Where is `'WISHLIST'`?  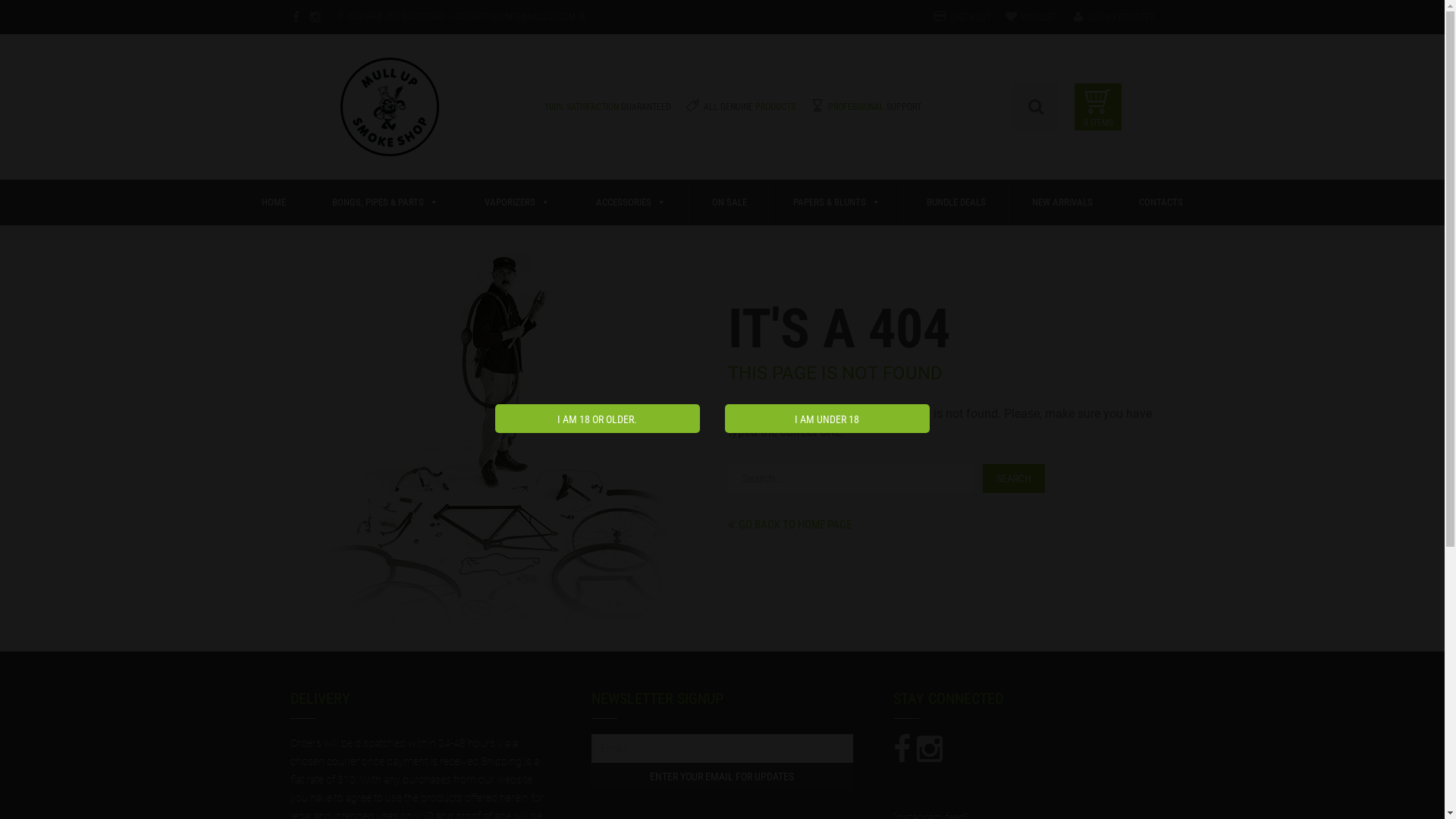
'WISHLIST' is located at coordinates (1020, 17).